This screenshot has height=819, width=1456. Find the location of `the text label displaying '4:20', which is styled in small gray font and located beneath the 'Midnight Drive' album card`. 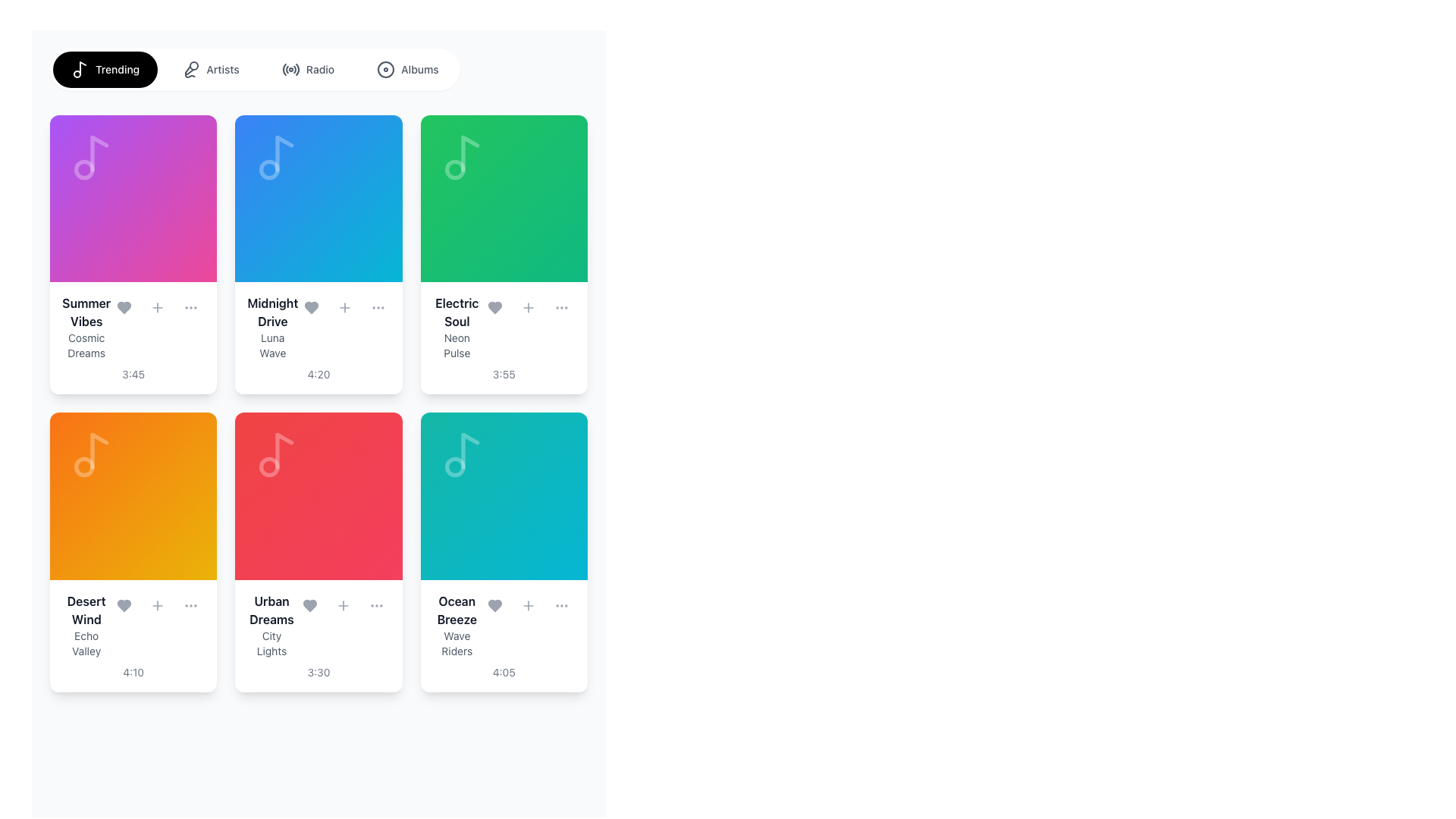

the text label displaying '4:20', which is styled in small gray font and located beneath the 'Midnight Drive' album card is located at coordinates (318, 375).